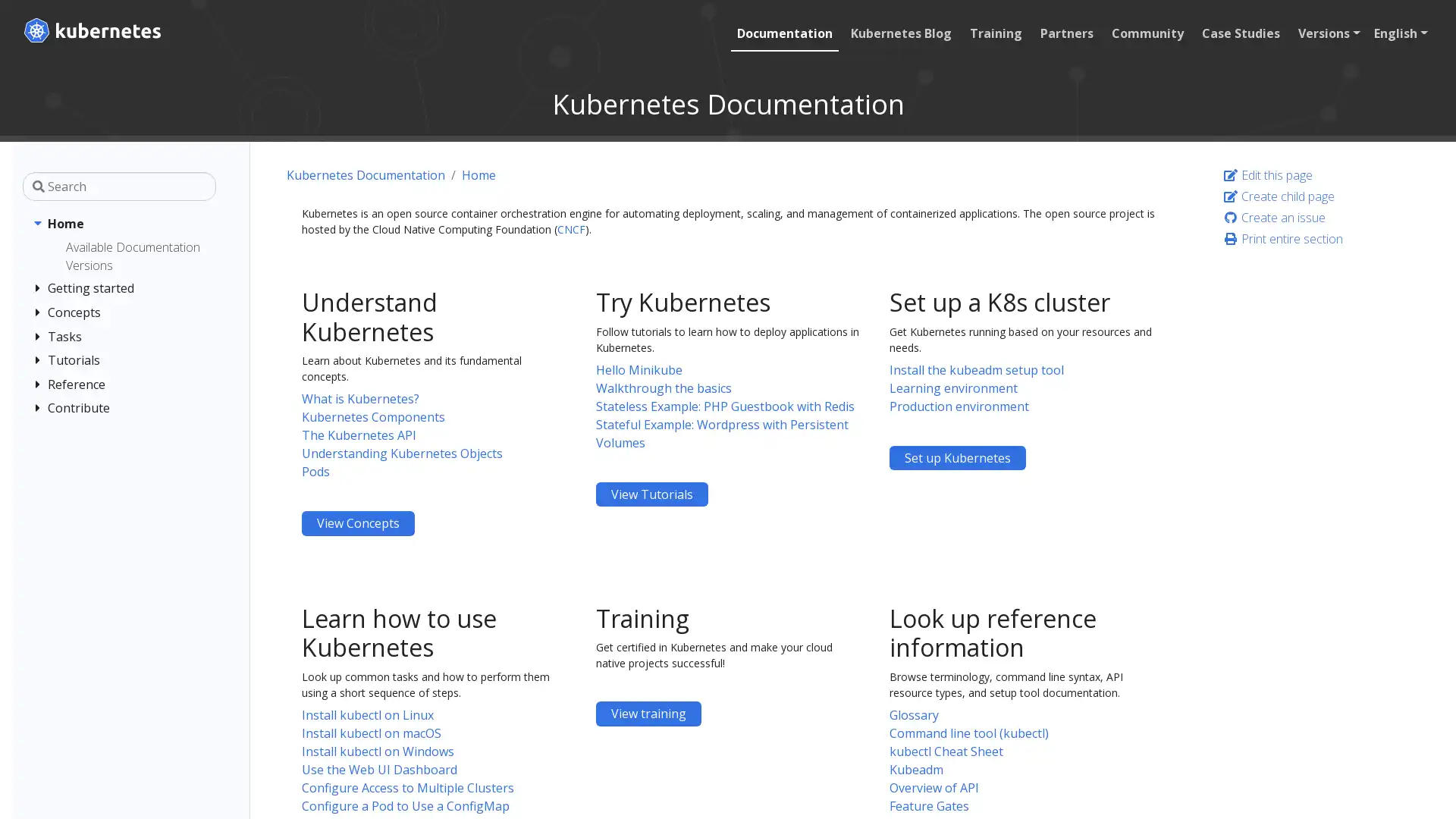  I want to click on Set up a K8s cluster, so click(956, 457).